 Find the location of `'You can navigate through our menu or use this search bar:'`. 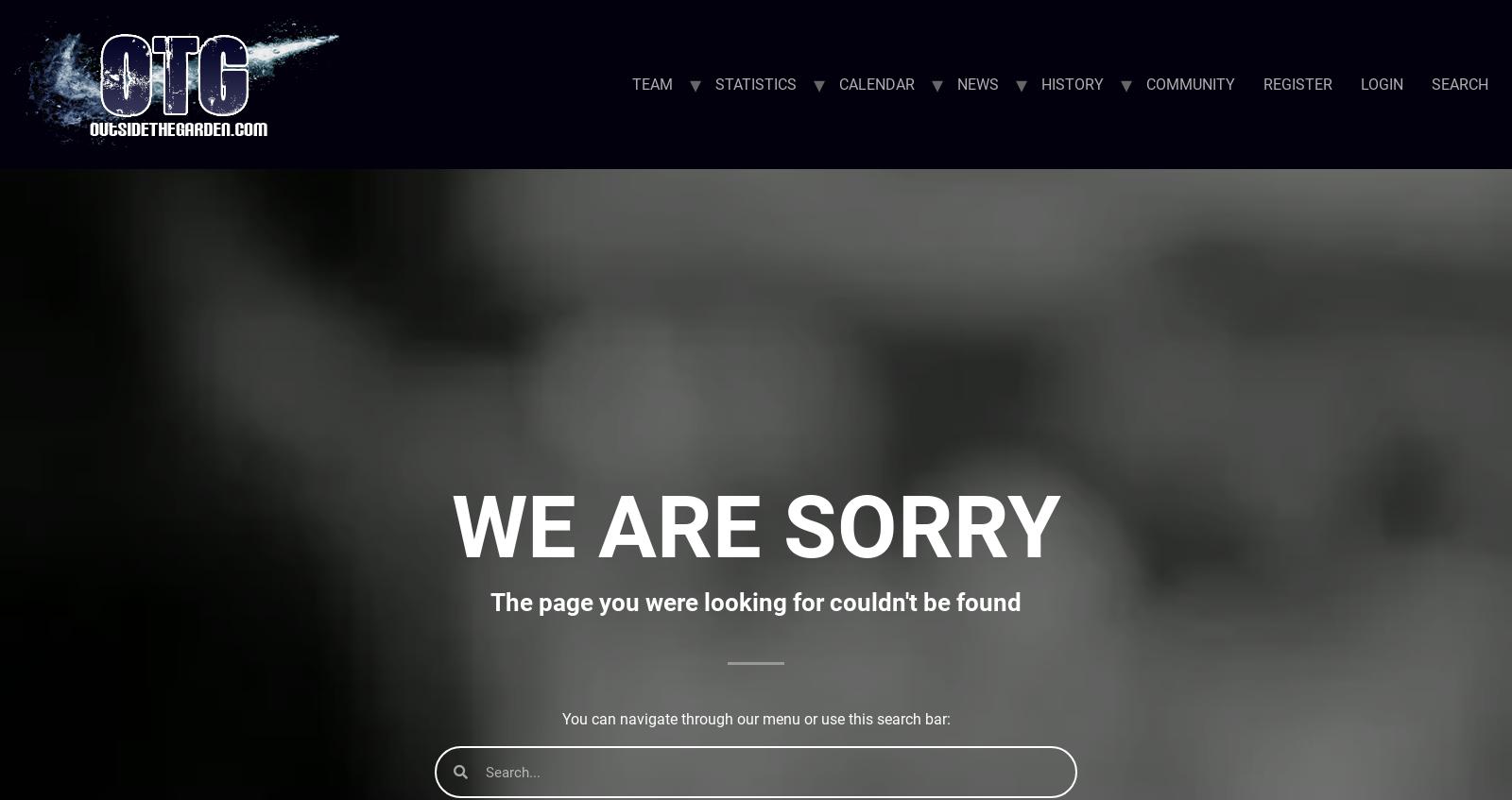

'You can navigate through our menu or use this search bar:' is located at coordinates (755, 718).